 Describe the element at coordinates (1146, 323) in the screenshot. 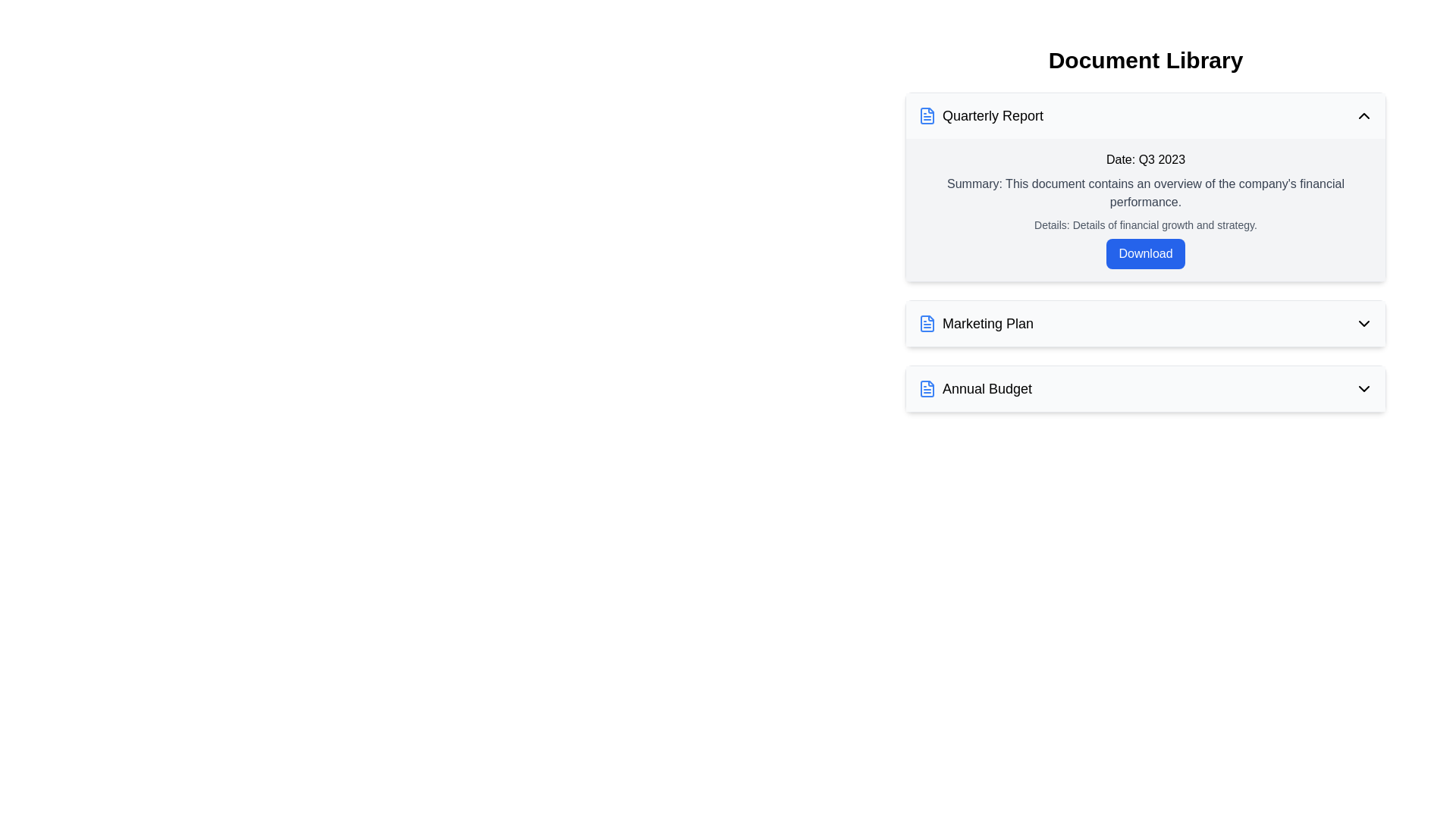

I see `the 'Marketing Plan' Expandable section header, which has a light gray background and a blue document icon` at that location.